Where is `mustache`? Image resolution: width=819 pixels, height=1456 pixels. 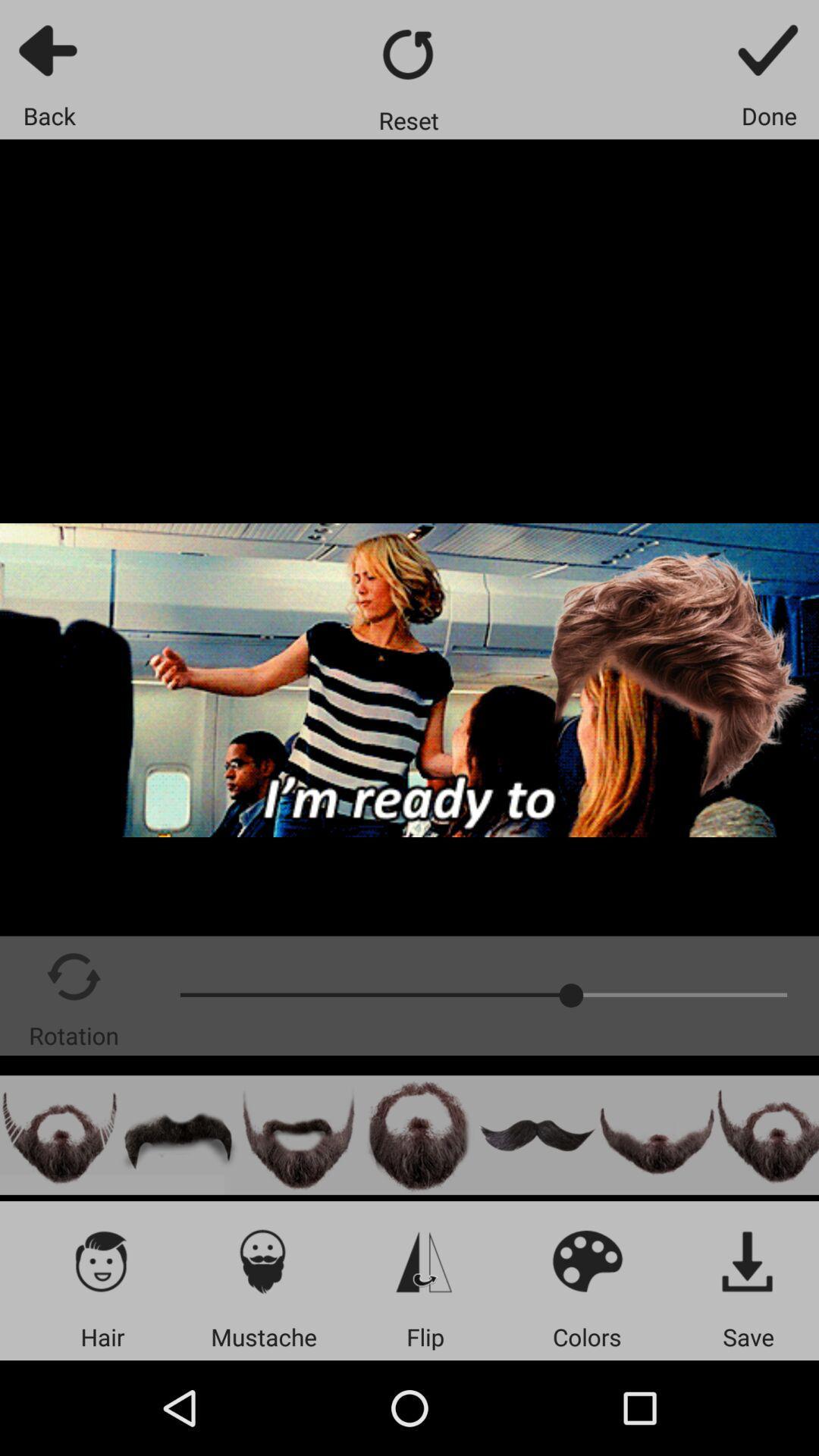 mustache is located at coordinates (178, 1135).